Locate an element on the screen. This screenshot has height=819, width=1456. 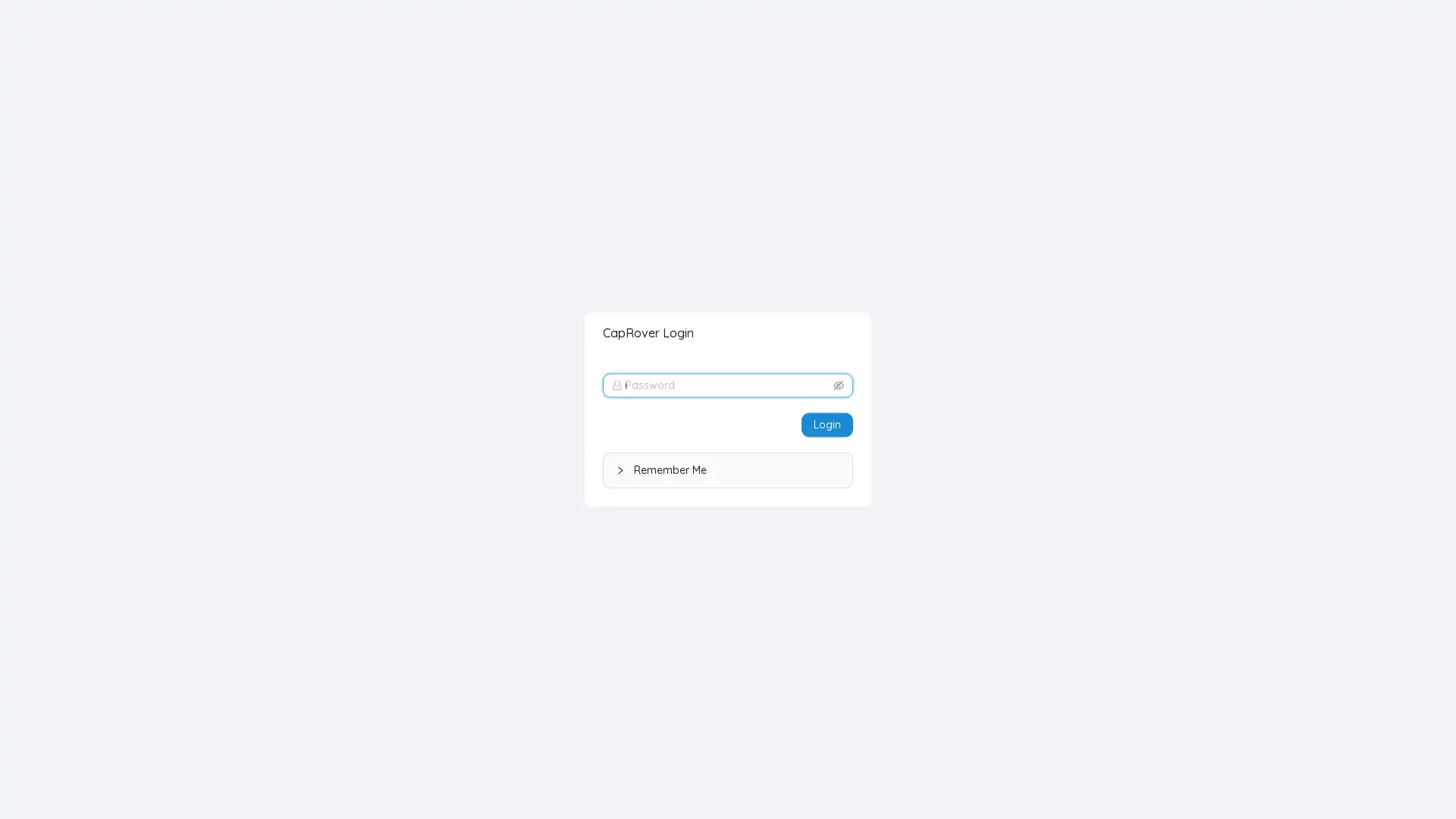
Login is located at coordinates (826, 424).